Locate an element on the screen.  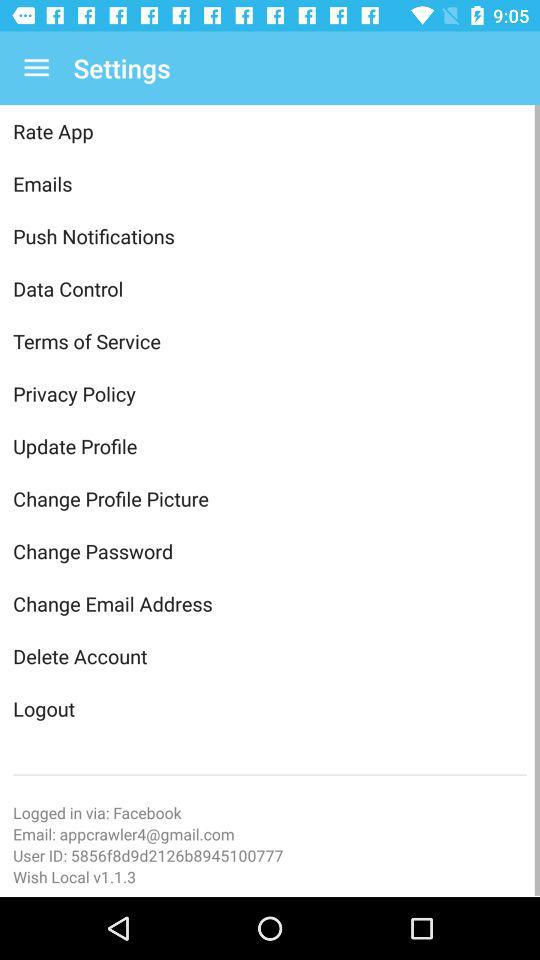
change password icon is located at coordinates (270, 551).